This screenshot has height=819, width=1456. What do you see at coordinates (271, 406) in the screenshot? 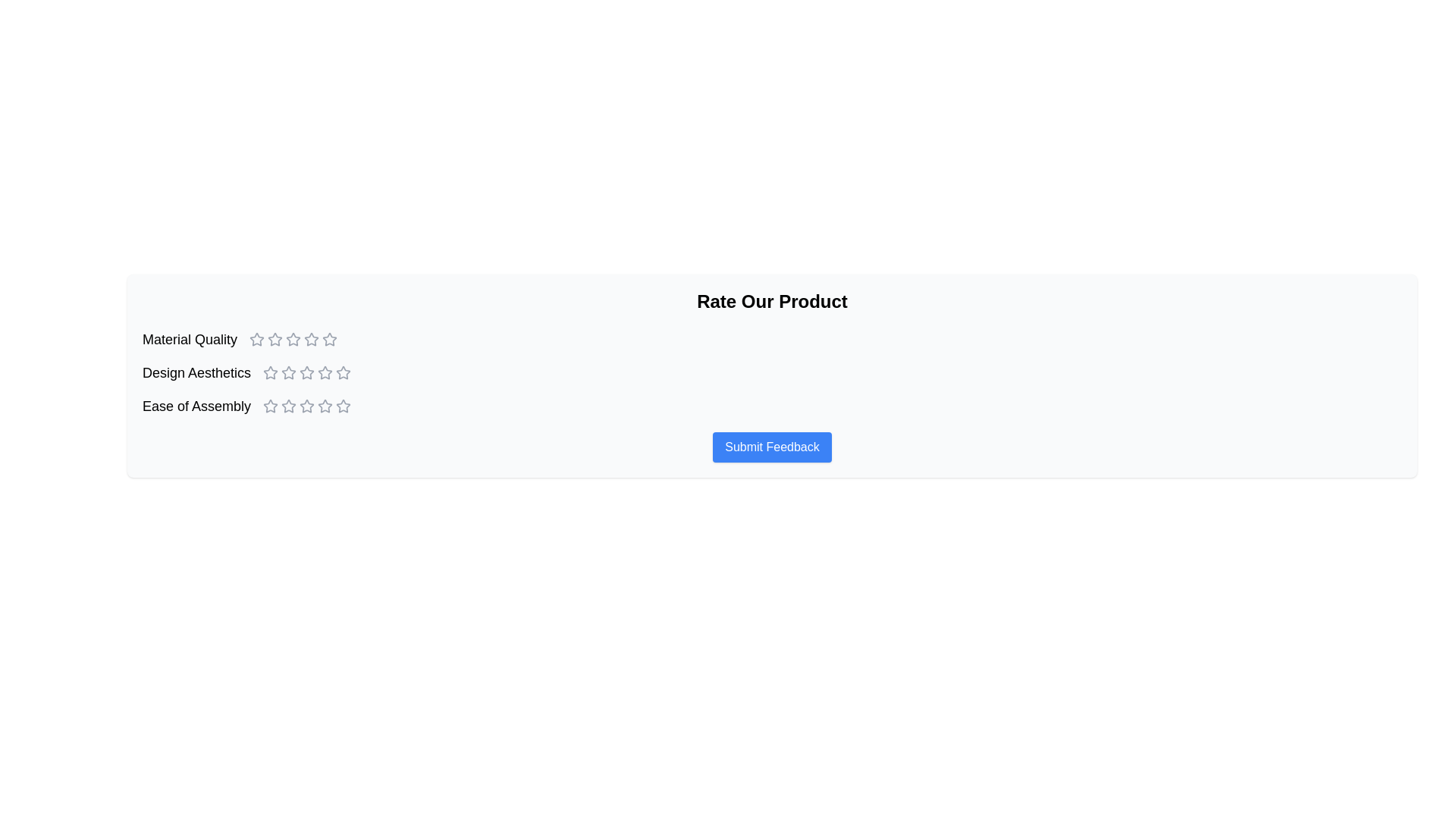
I see `the first hollow star icon in the rating component next` at bounding box center [271, 406].